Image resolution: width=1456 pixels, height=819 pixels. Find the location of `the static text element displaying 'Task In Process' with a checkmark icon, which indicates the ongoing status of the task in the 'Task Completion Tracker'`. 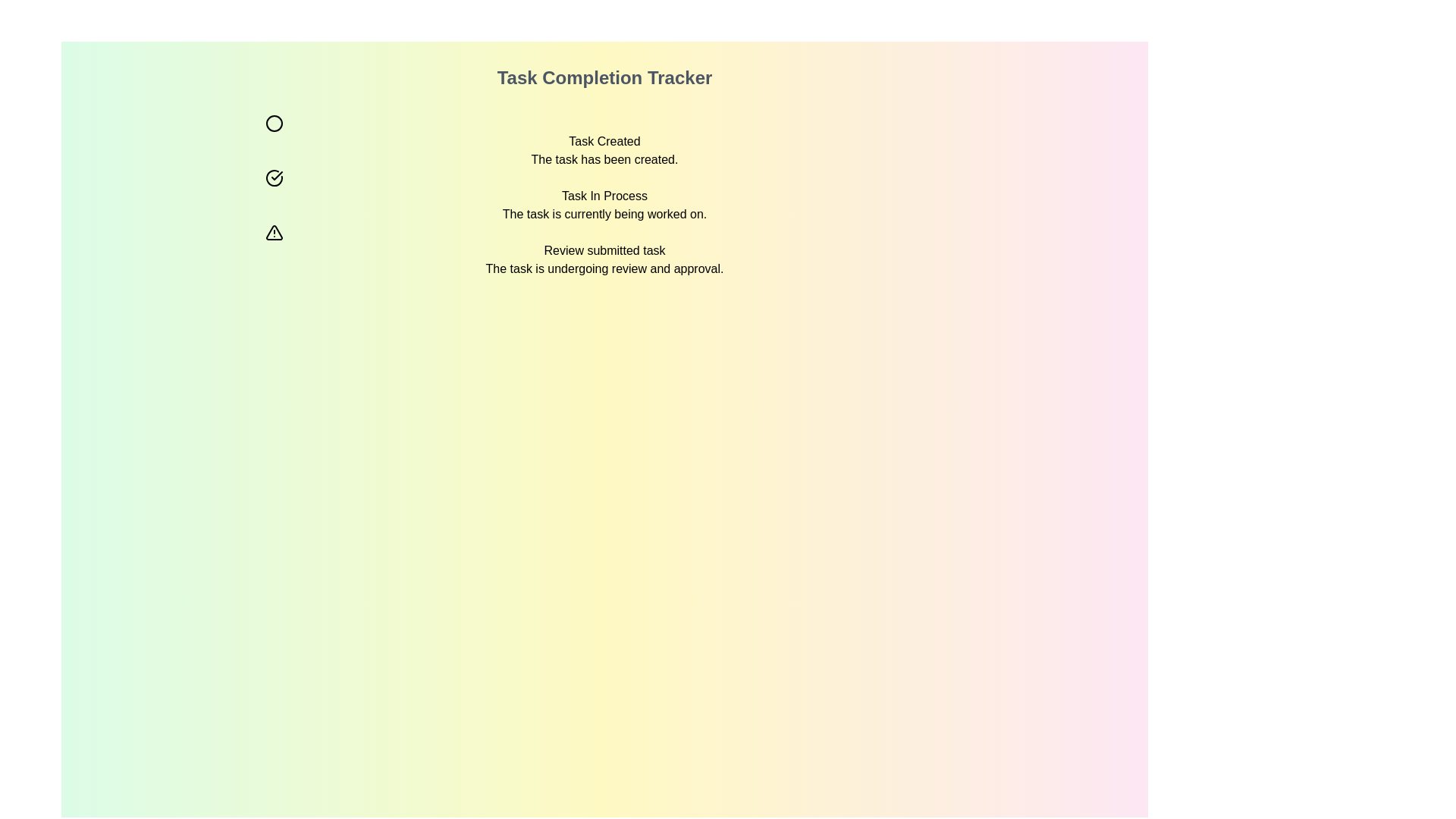

the static text element displaying 'Task In Process' with a checkmark icon, which indicates the ongoing status of the task in the 'Task Completion Tracker' is located at coordinates (604, 195).